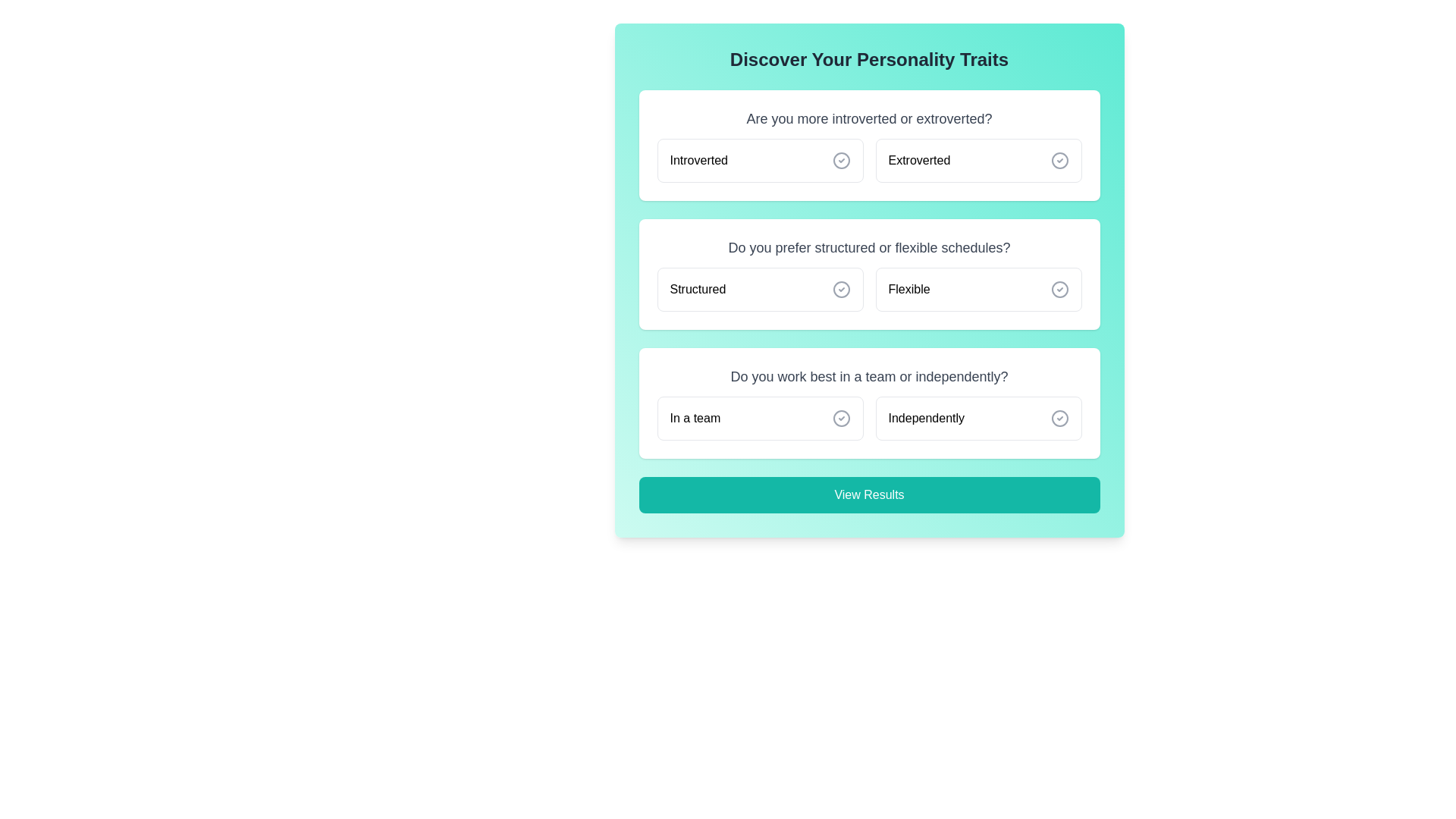 The width and height of the screenshot is (1456, 819). I want to click on text label that asks 'Do you work best in a team or independently?' positioned above the options in the third question group of the questionnaire, so click(869, 376).